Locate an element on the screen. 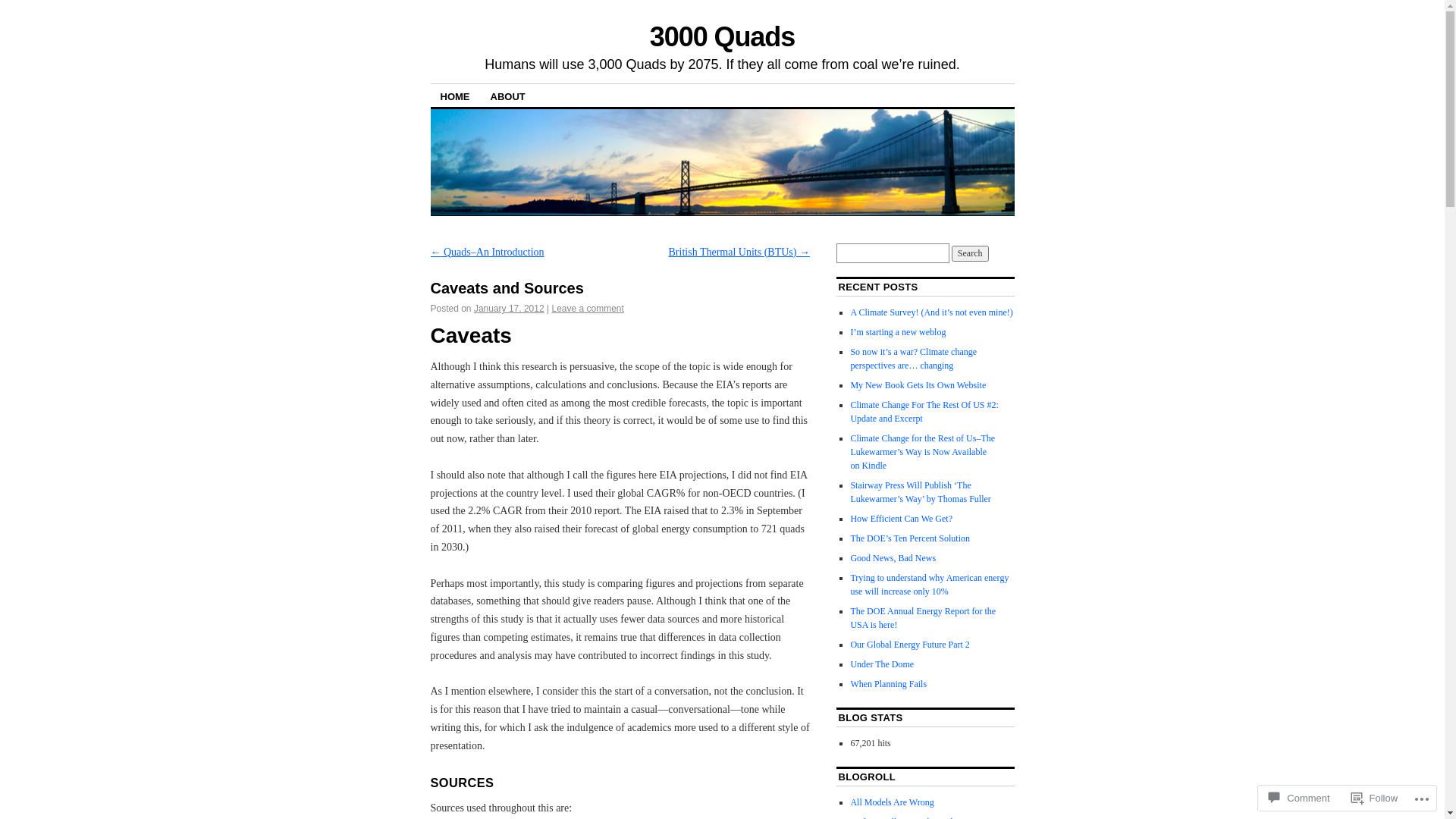  'Search' is located at coordinates (969, 253).